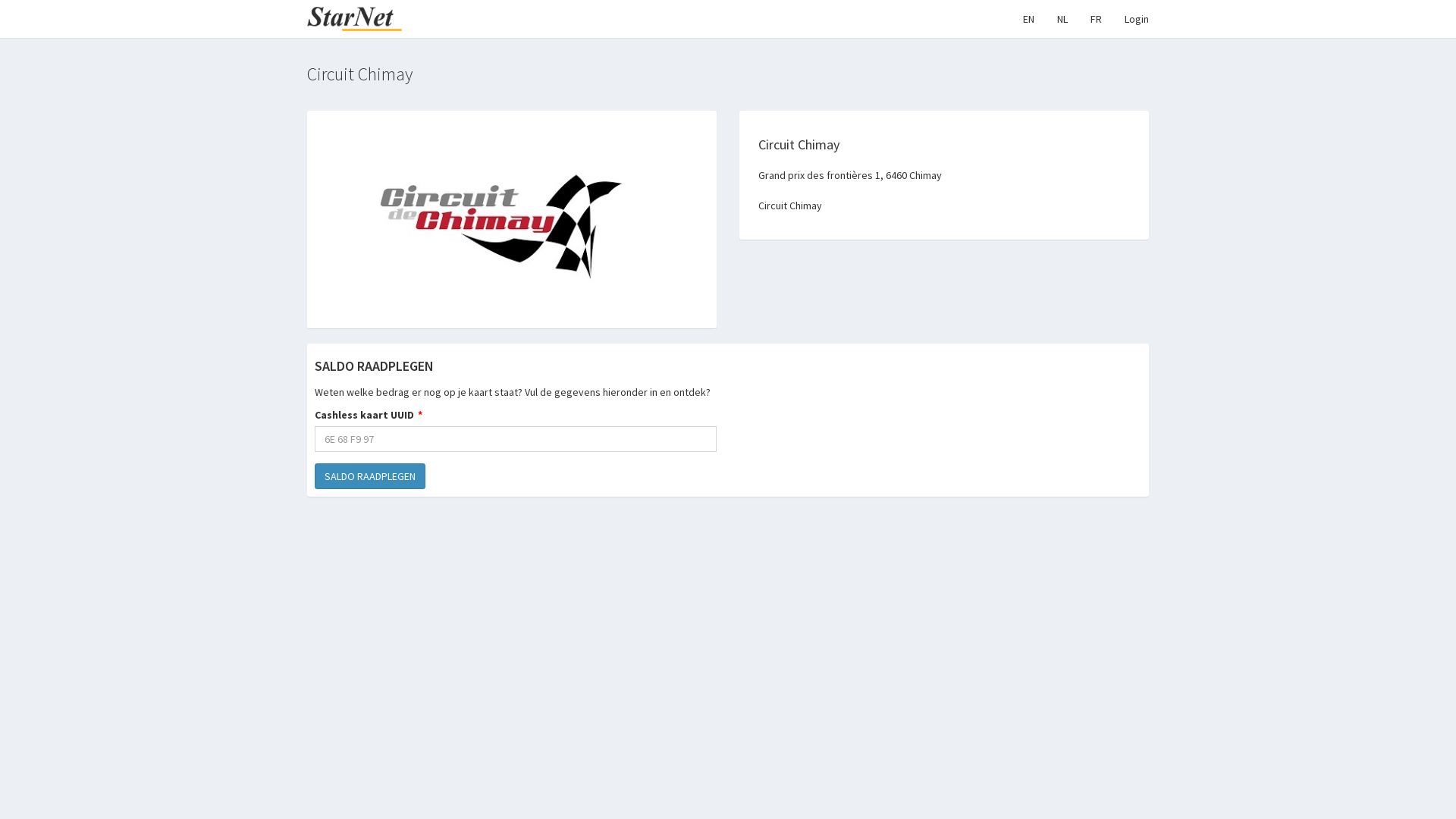  I want to click on 'Login', so click(1136, 18).